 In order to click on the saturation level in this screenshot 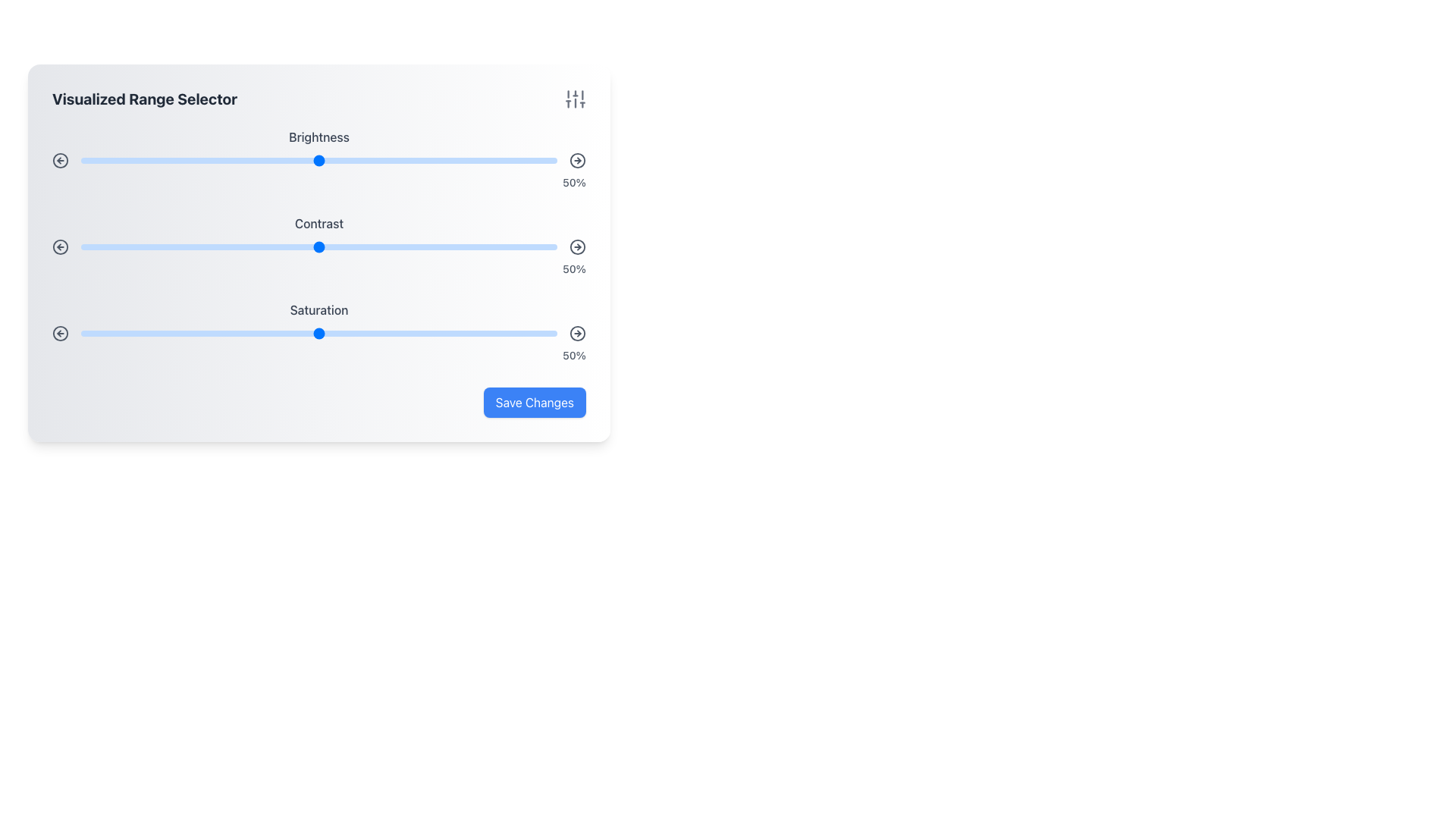, I will do `click(328, 332)`.